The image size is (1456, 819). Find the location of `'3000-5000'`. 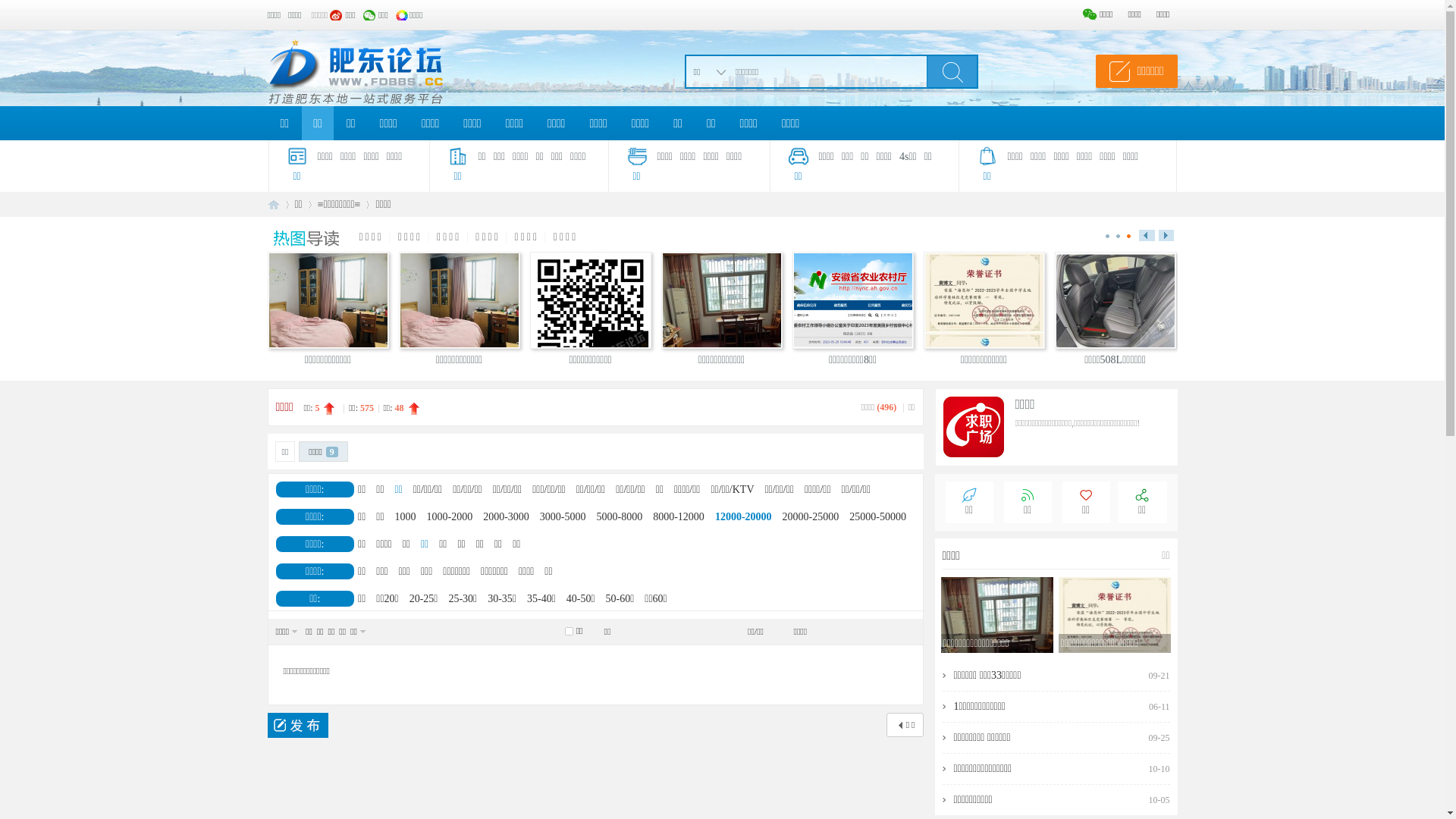

'3000-5000' is located at coordinates (562, 516).